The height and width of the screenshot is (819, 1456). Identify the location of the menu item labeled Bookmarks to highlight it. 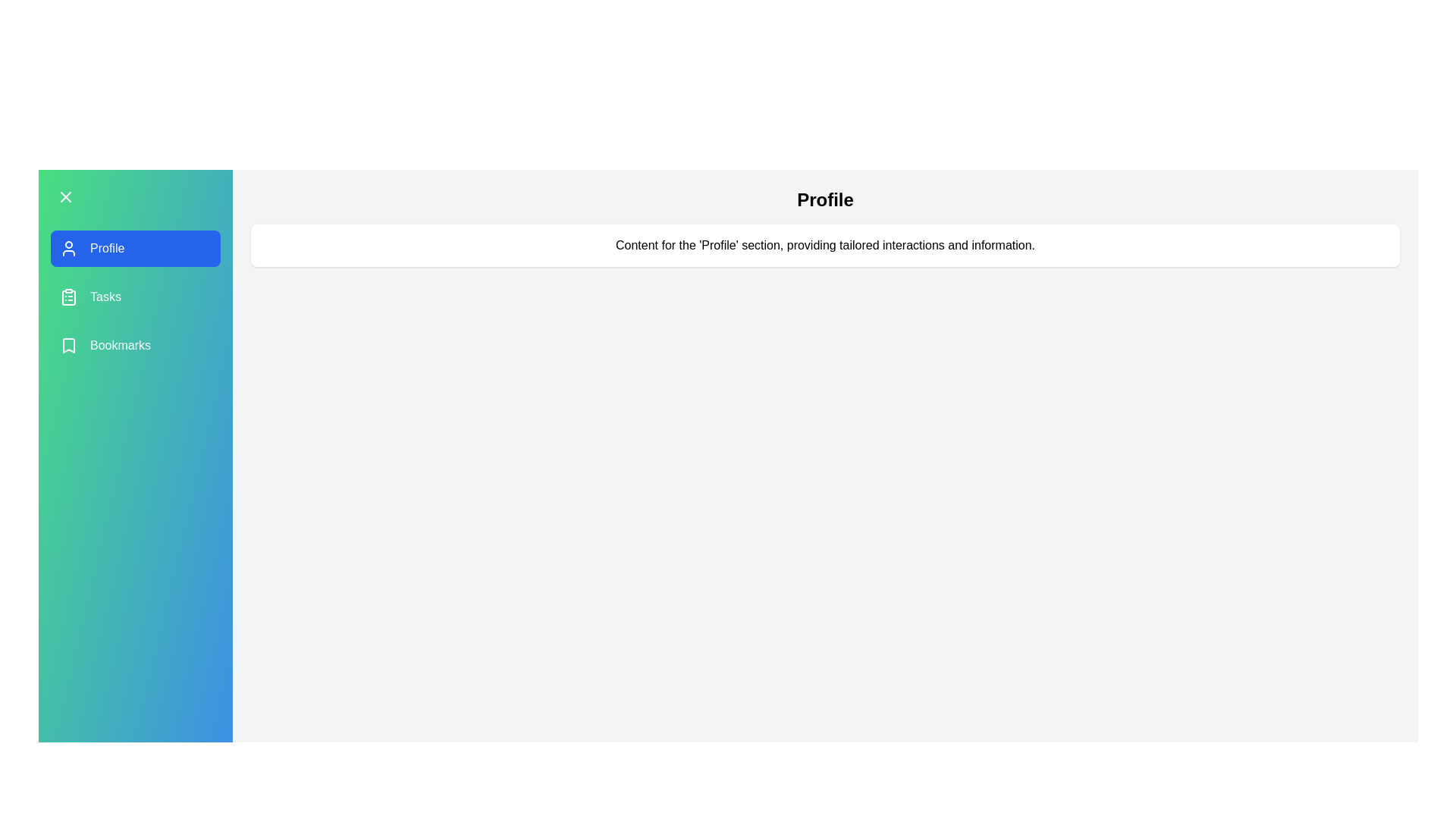
(135, 345).